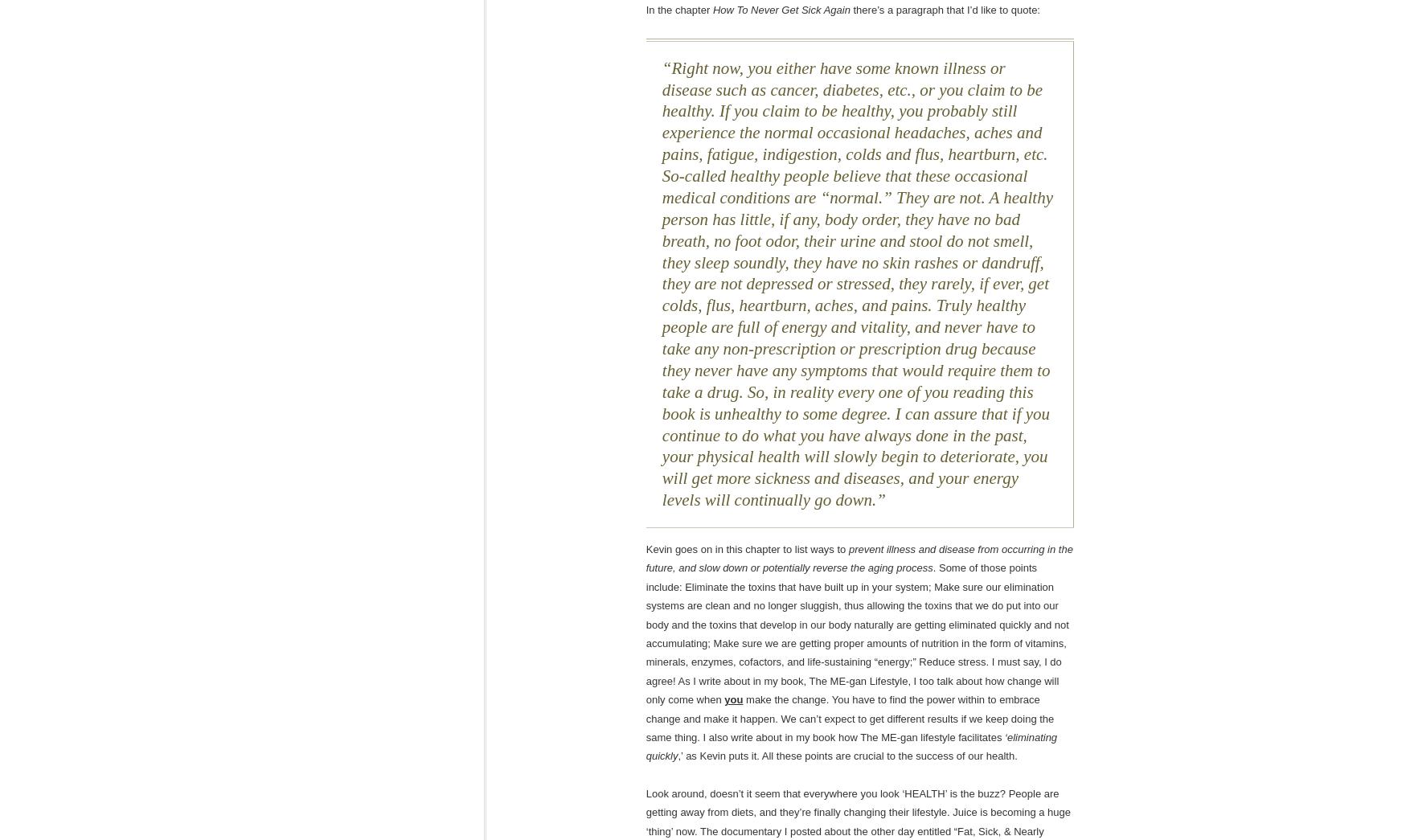 This screenshot has width=1406, height=840. What do you see at coordinates (733, 699) in the screenshot?
I see `'you'` at bounding box center [733, 699].